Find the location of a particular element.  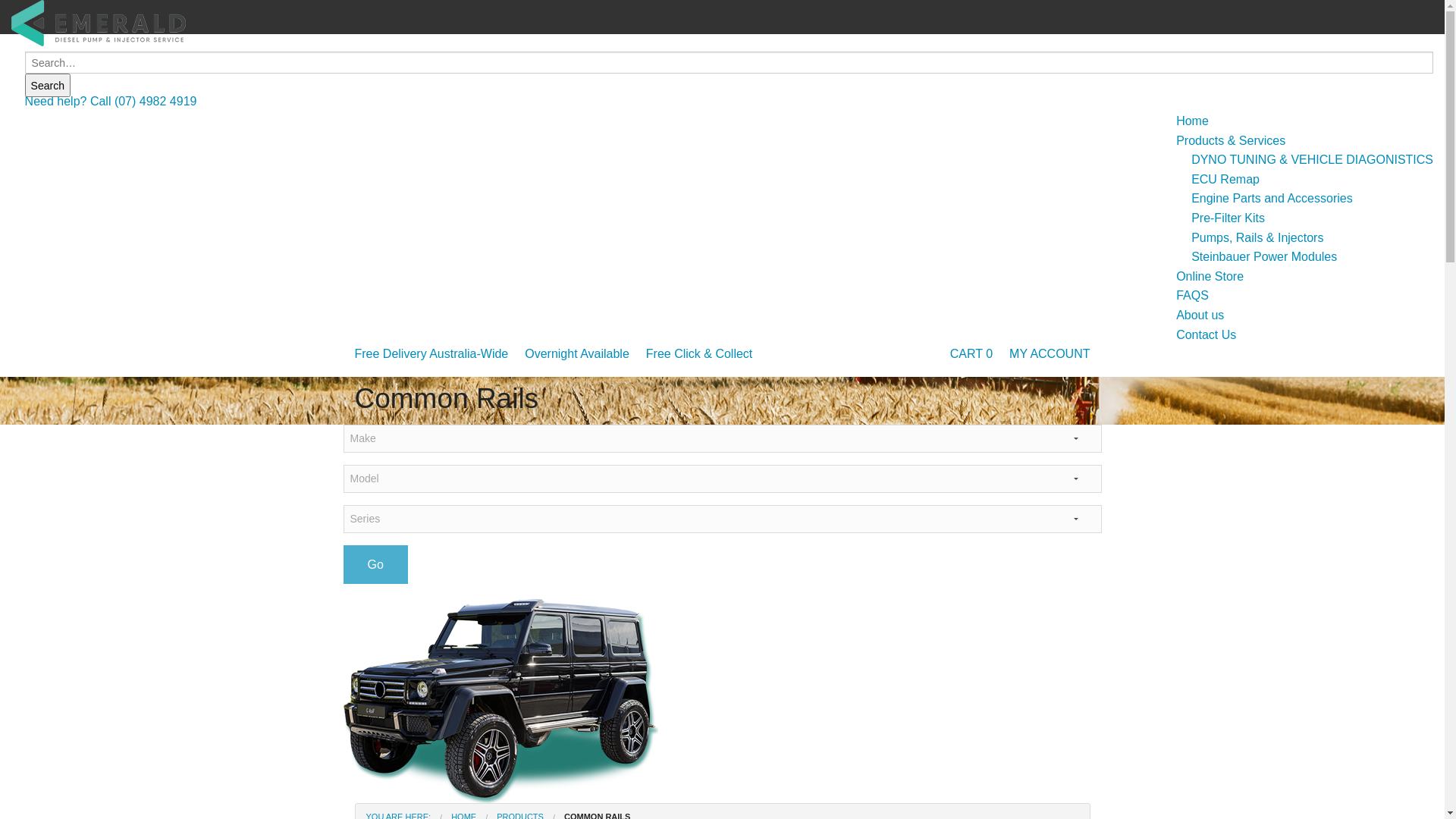

'Emerald Diesel Pump & Injector Service' is located at coordinates (97, 22).